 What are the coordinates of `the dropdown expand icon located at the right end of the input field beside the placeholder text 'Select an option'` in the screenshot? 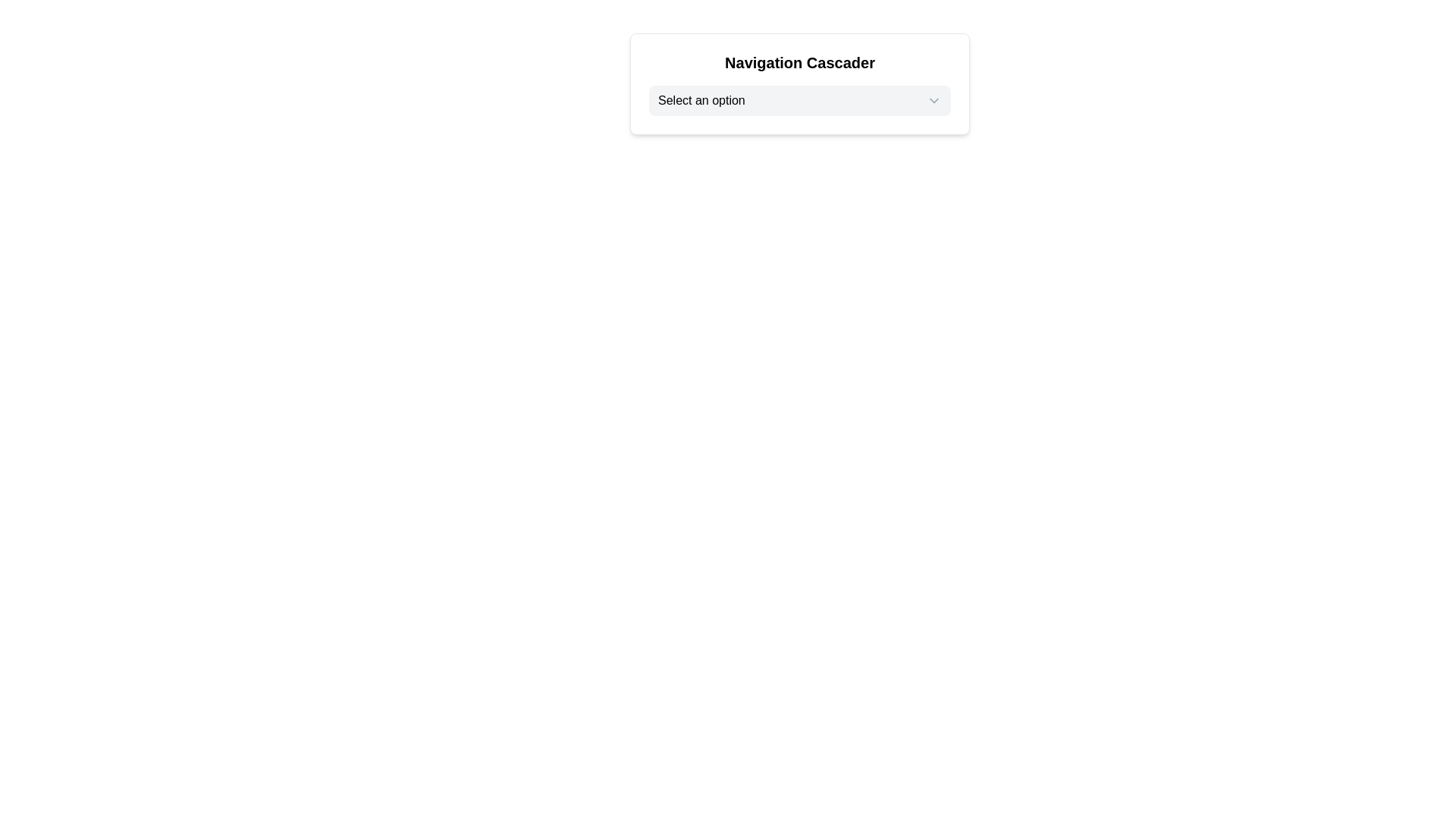 It's located at (934, 100).